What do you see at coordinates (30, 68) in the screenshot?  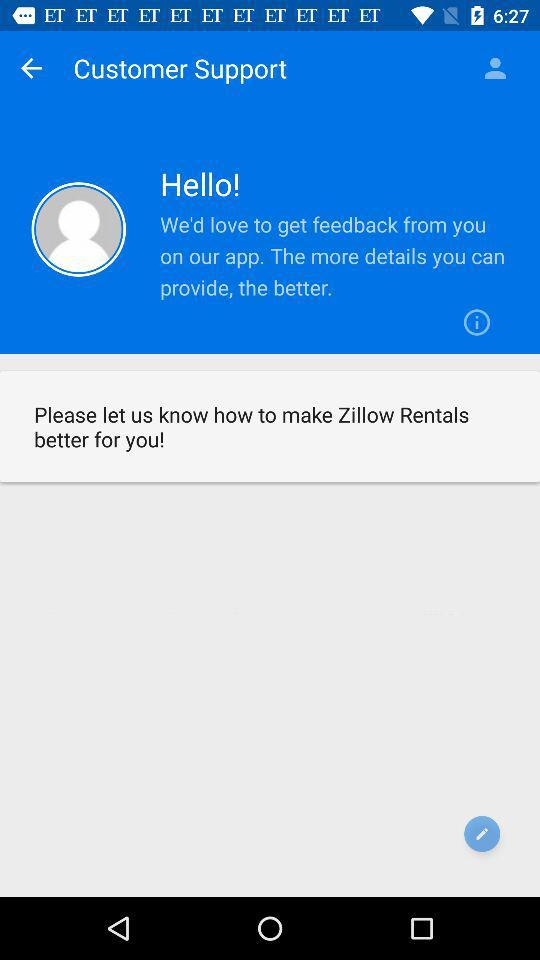 I see `the arrow_backward icon` at bounding box center [30, 68].